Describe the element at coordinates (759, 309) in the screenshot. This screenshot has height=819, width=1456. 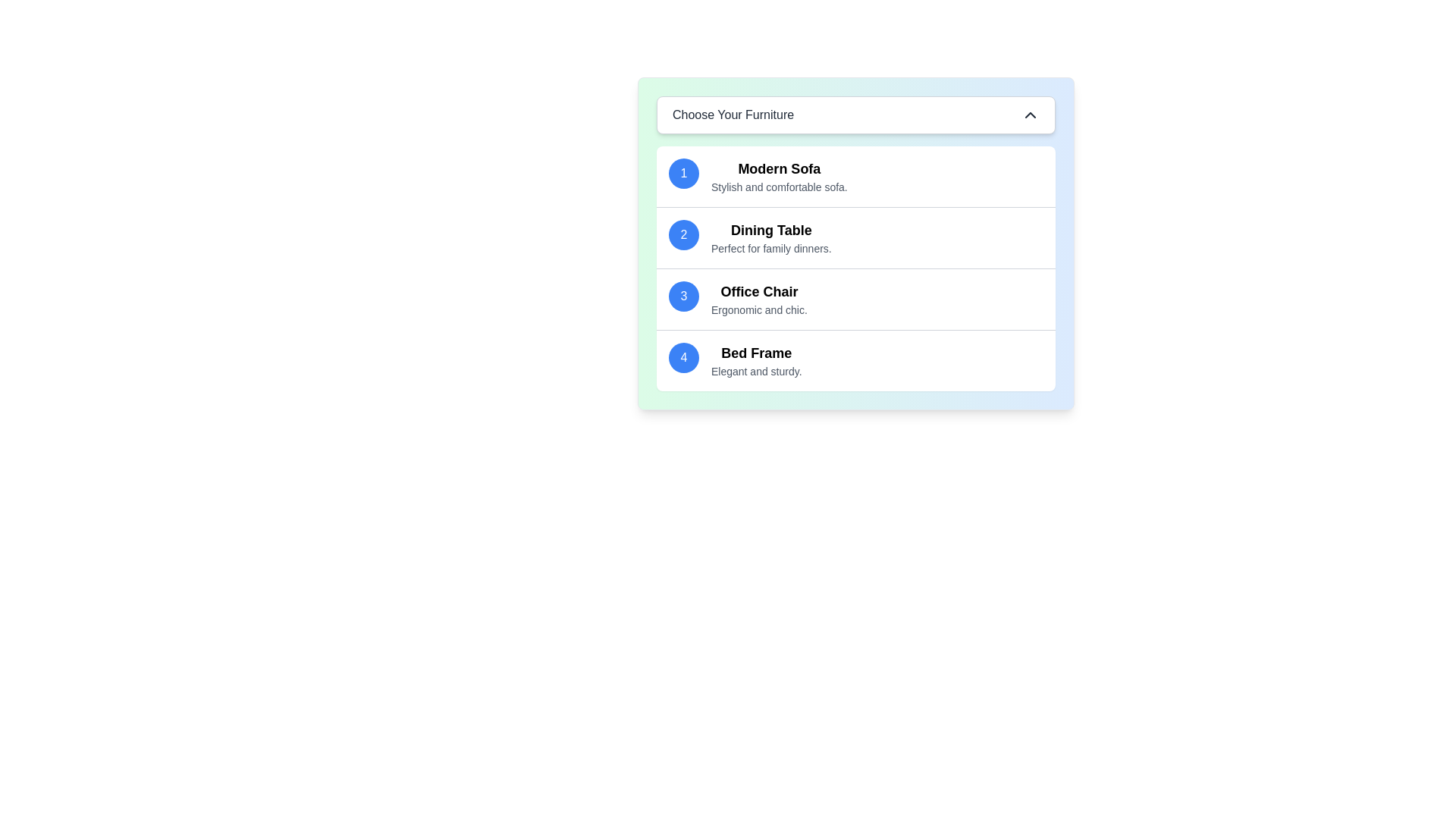
I see `the text label that reads 'Ergonomic and chic.' located below the heading 'Office Chair' within the third list item of furniture options` at that location.